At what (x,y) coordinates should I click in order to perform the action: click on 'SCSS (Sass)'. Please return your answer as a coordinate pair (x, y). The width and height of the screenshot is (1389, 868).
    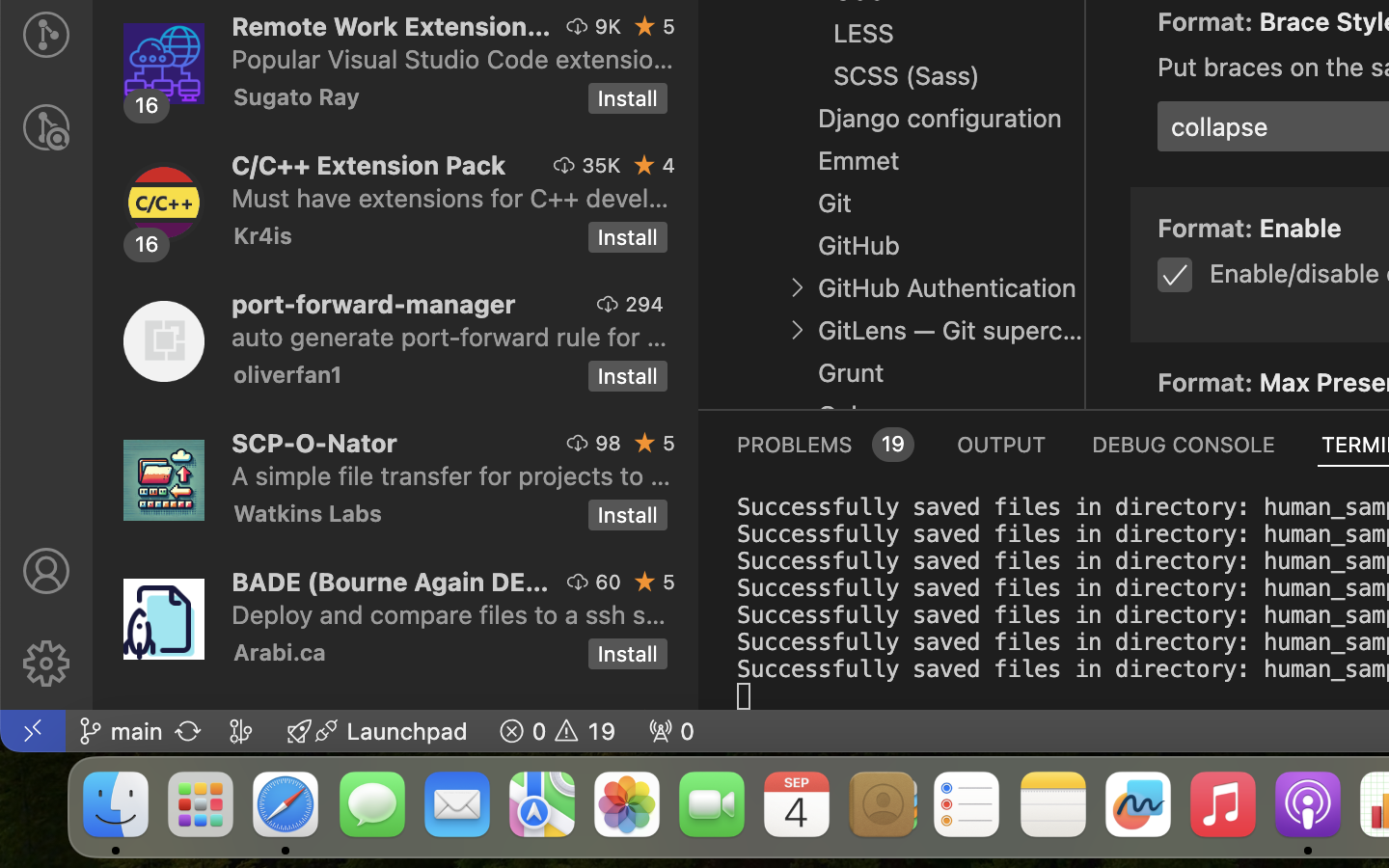
    Looking at the image, I should click on (907, 75).